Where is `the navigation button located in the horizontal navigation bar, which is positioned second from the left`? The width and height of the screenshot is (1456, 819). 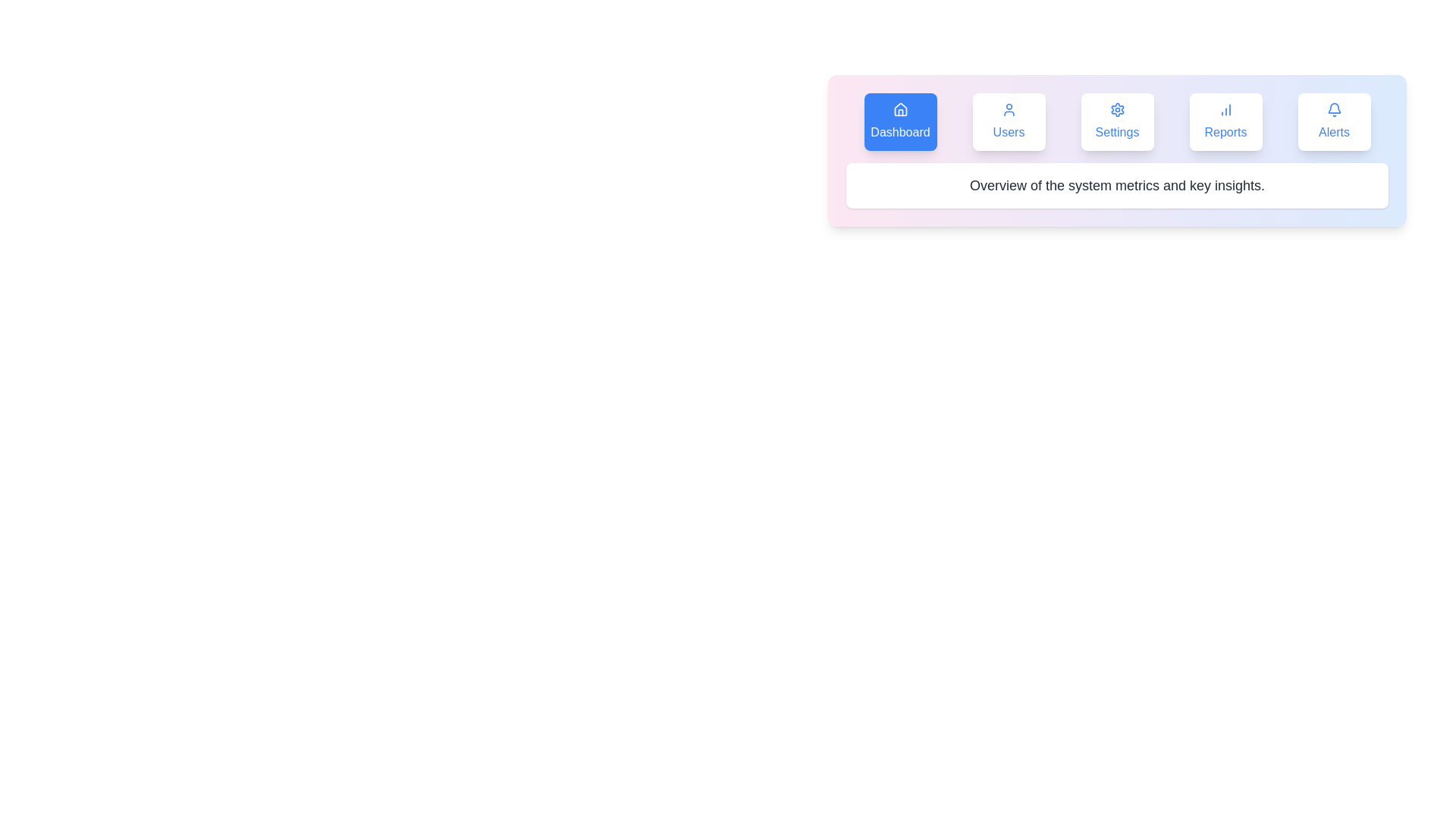 the navigation button located in the horizontal navigation bar, which is positioned second from the left is located at coordinates (1009, 121).